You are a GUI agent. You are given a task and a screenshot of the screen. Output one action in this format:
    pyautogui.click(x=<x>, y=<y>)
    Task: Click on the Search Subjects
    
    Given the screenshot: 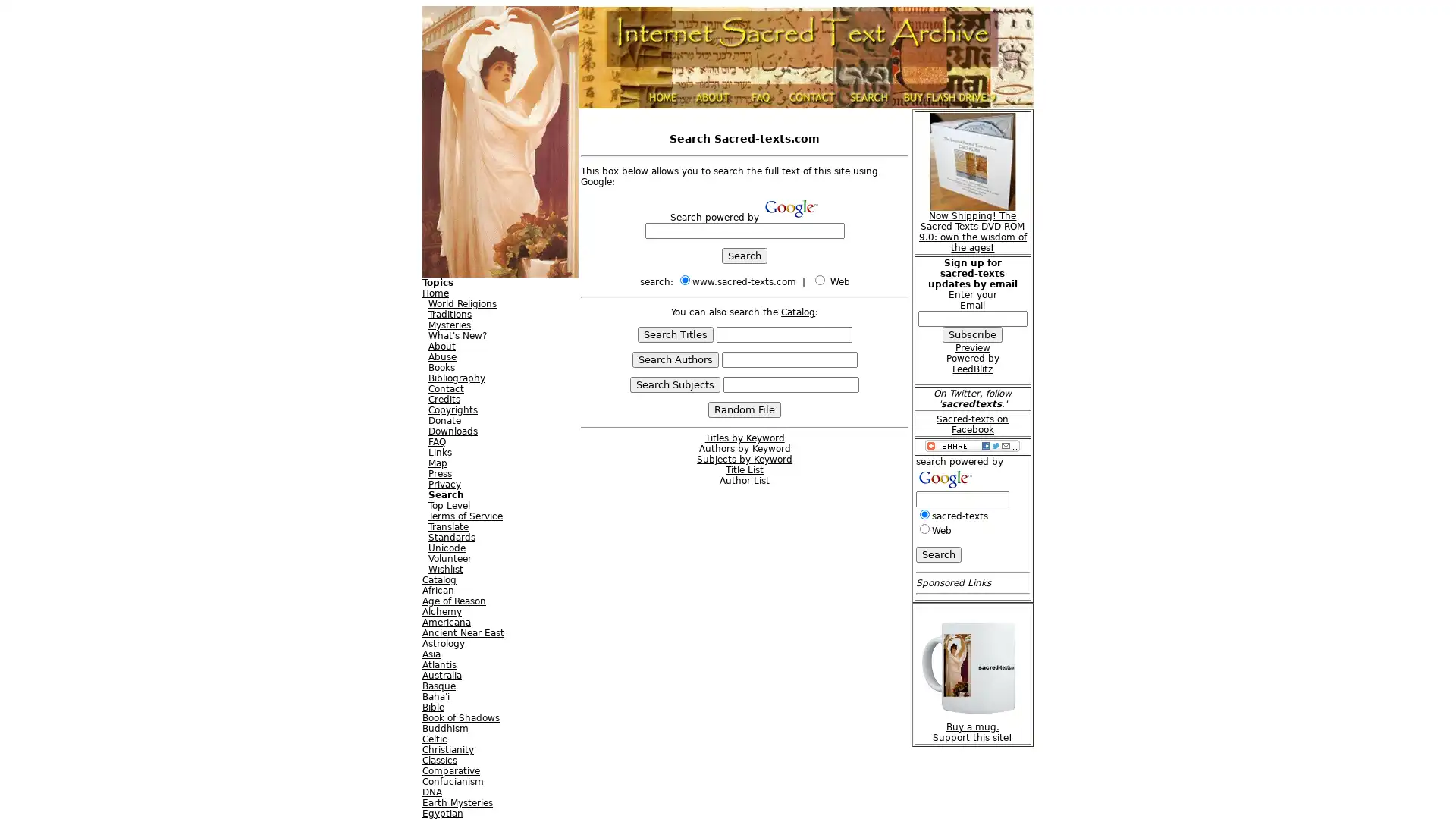 What is the action you would take?
    pyautogui.click(x=674, y=384)
    